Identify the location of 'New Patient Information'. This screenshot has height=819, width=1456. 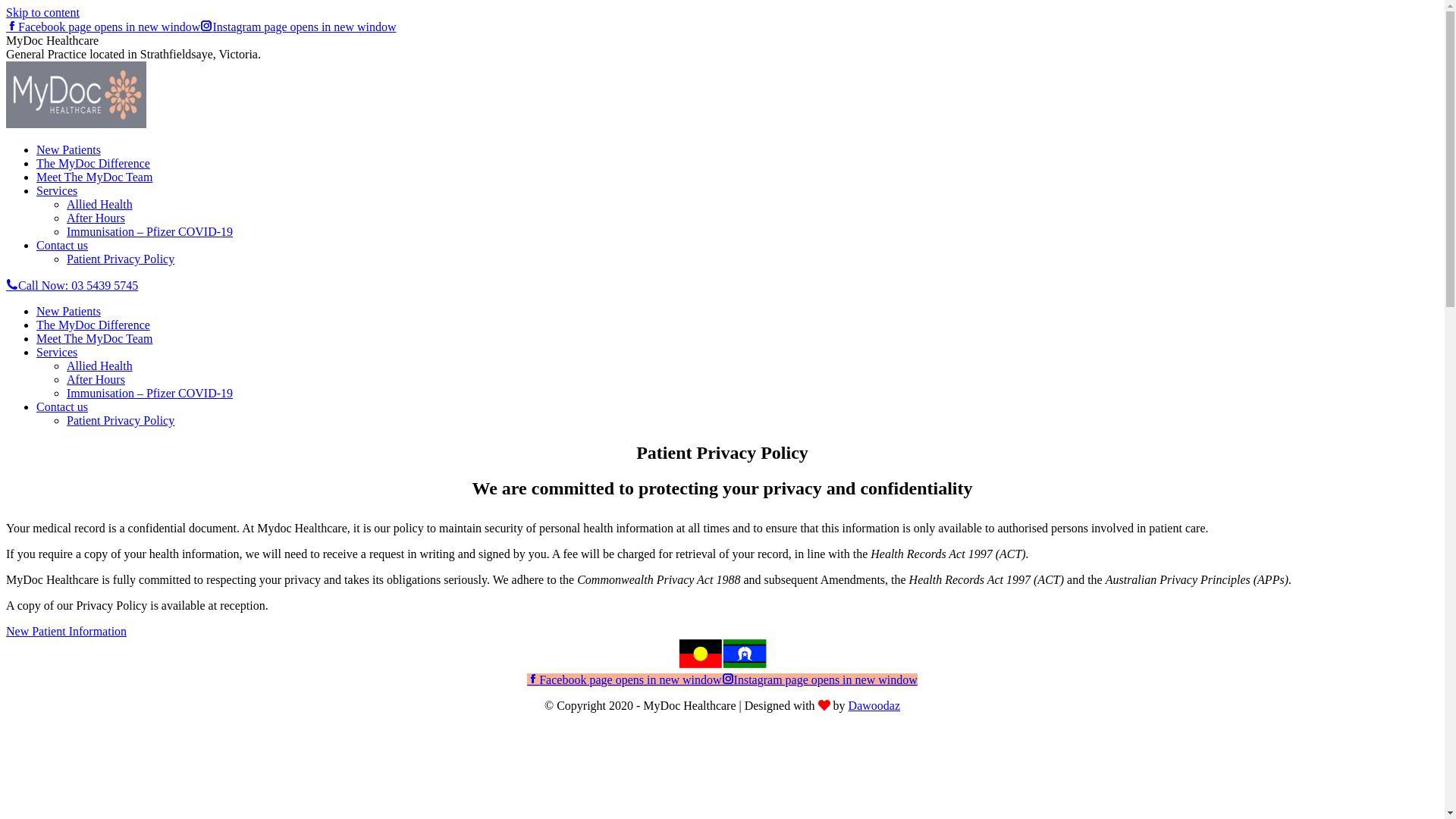
(65, 631).